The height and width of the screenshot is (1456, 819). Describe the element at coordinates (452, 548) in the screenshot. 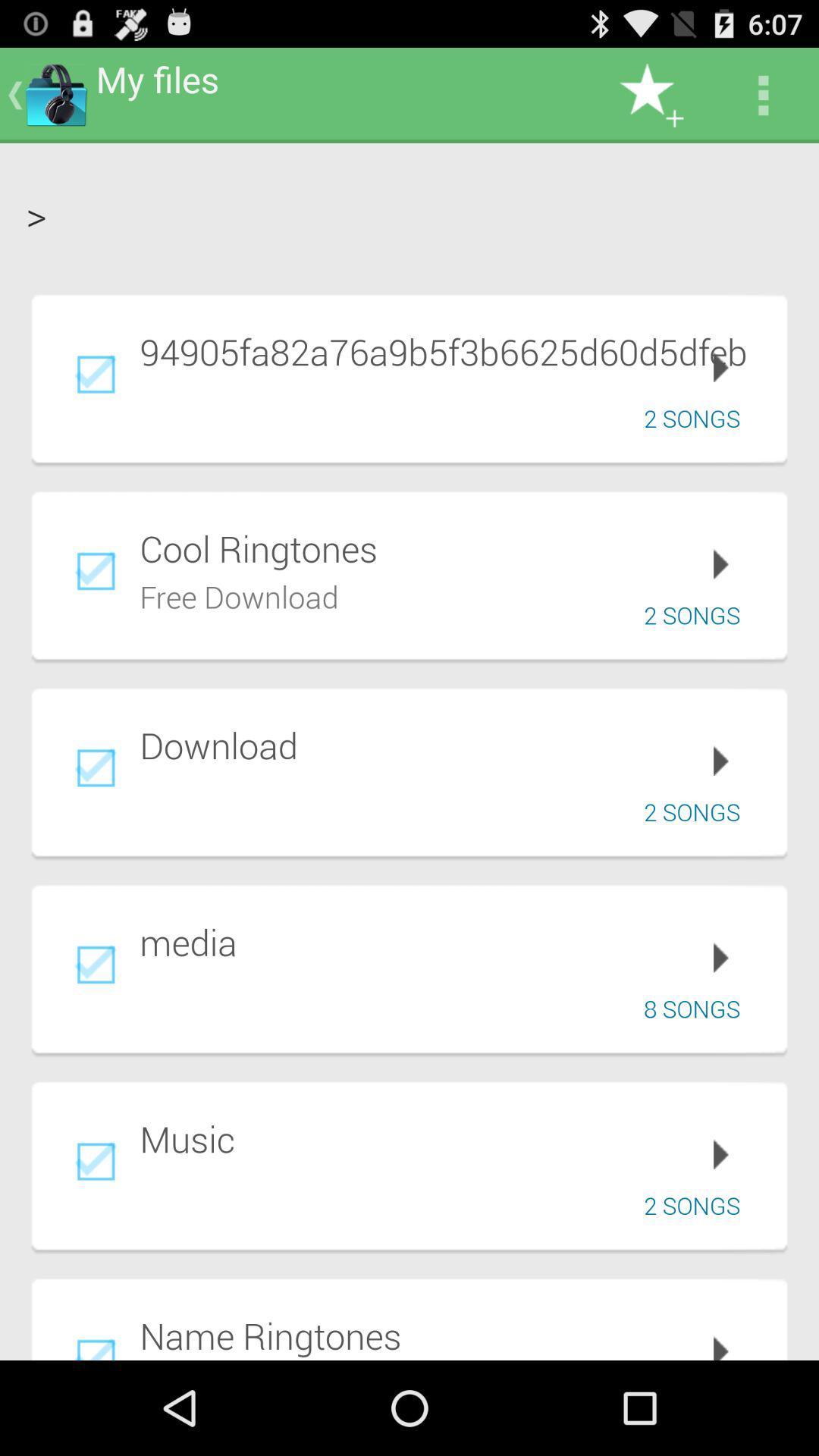

I see `the icon below 2 songs` at that location.